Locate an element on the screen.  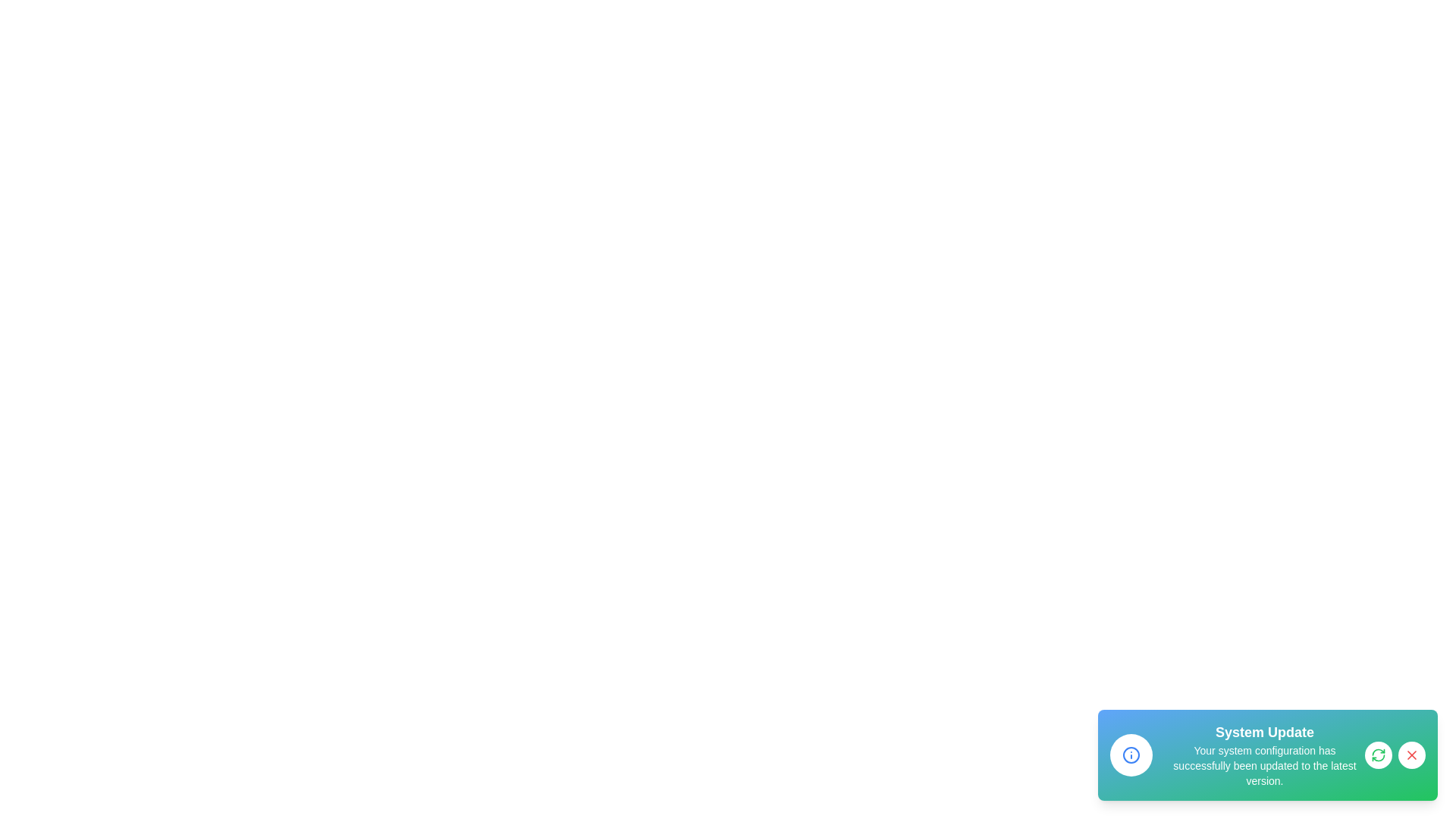
the close button of the notification is located at coordinates (1411, 755).